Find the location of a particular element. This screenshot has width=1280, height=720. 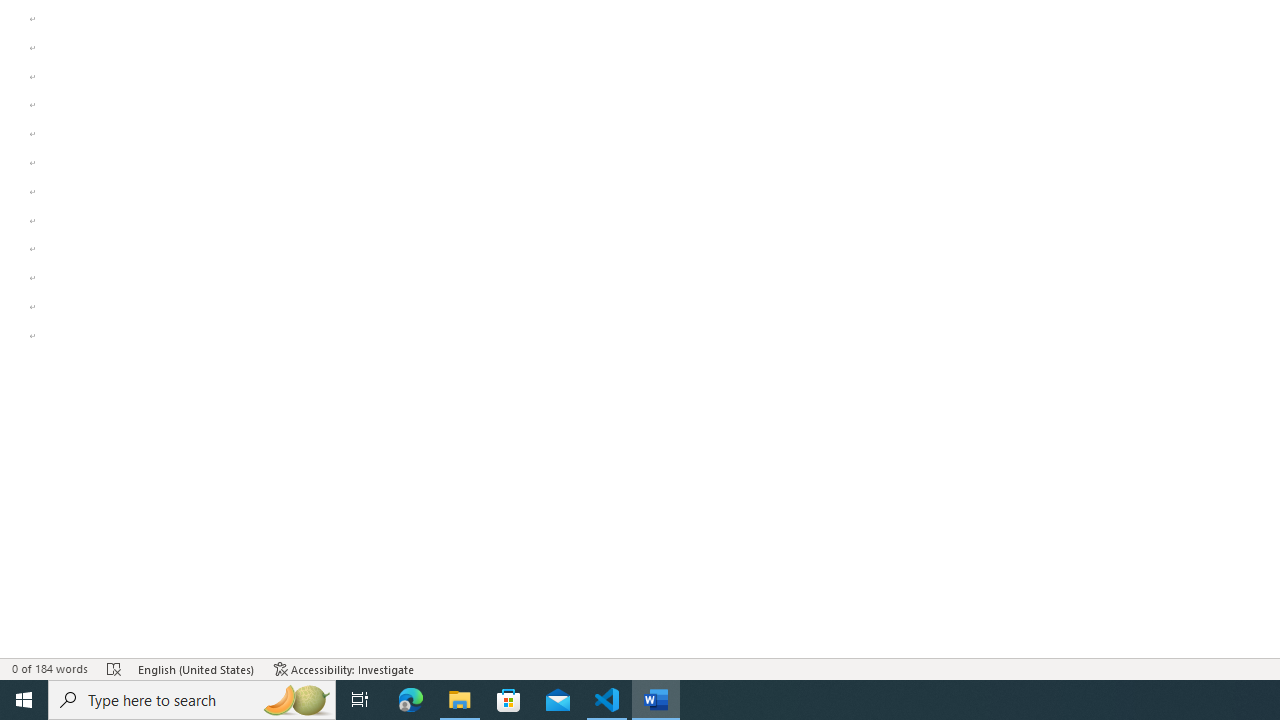

'Start' is located at coordinates (24, 698).